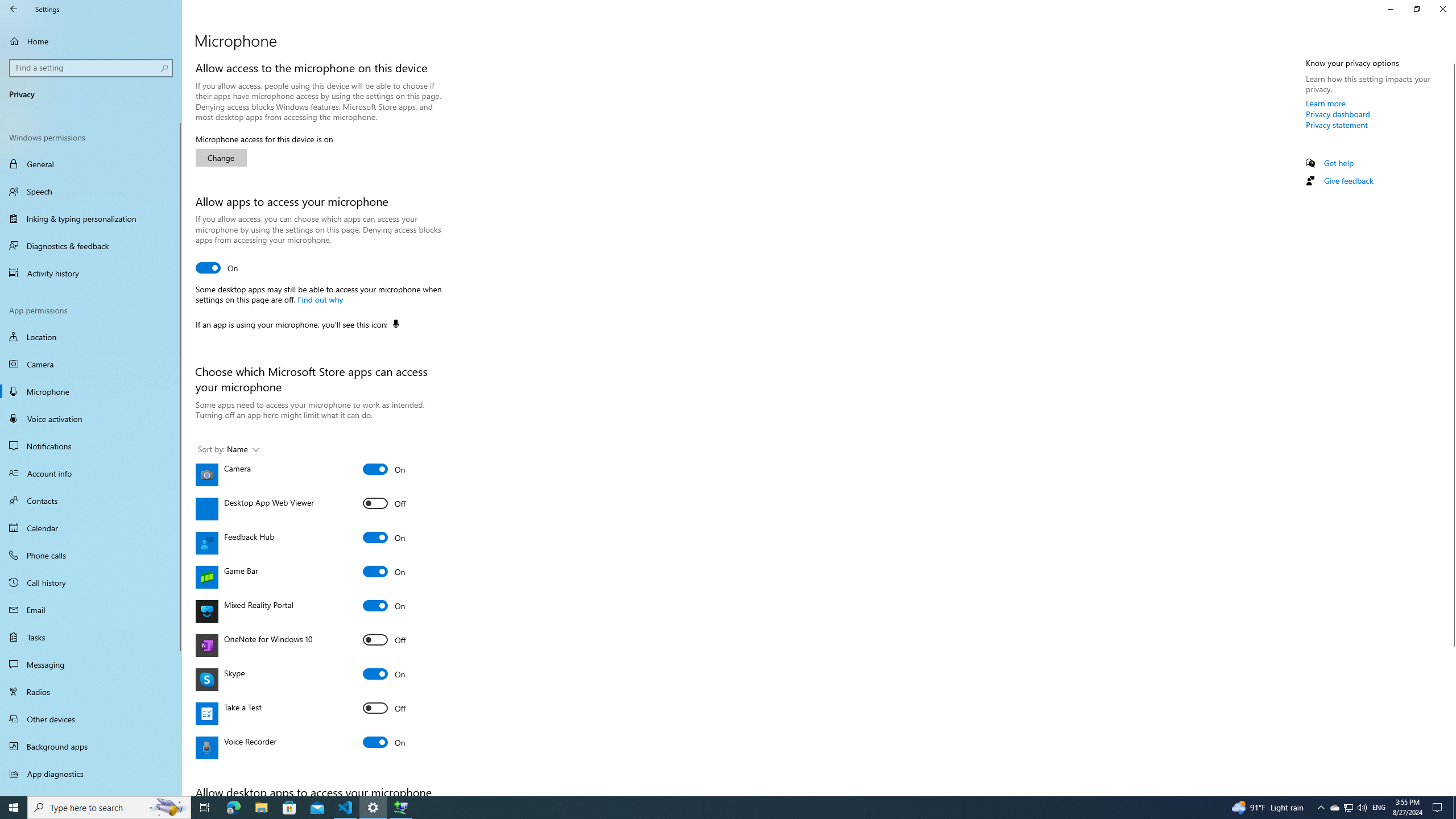  Describe the element at coordinates (90, 773) in the screenshot. I see `'App diagnostics'` at that location.